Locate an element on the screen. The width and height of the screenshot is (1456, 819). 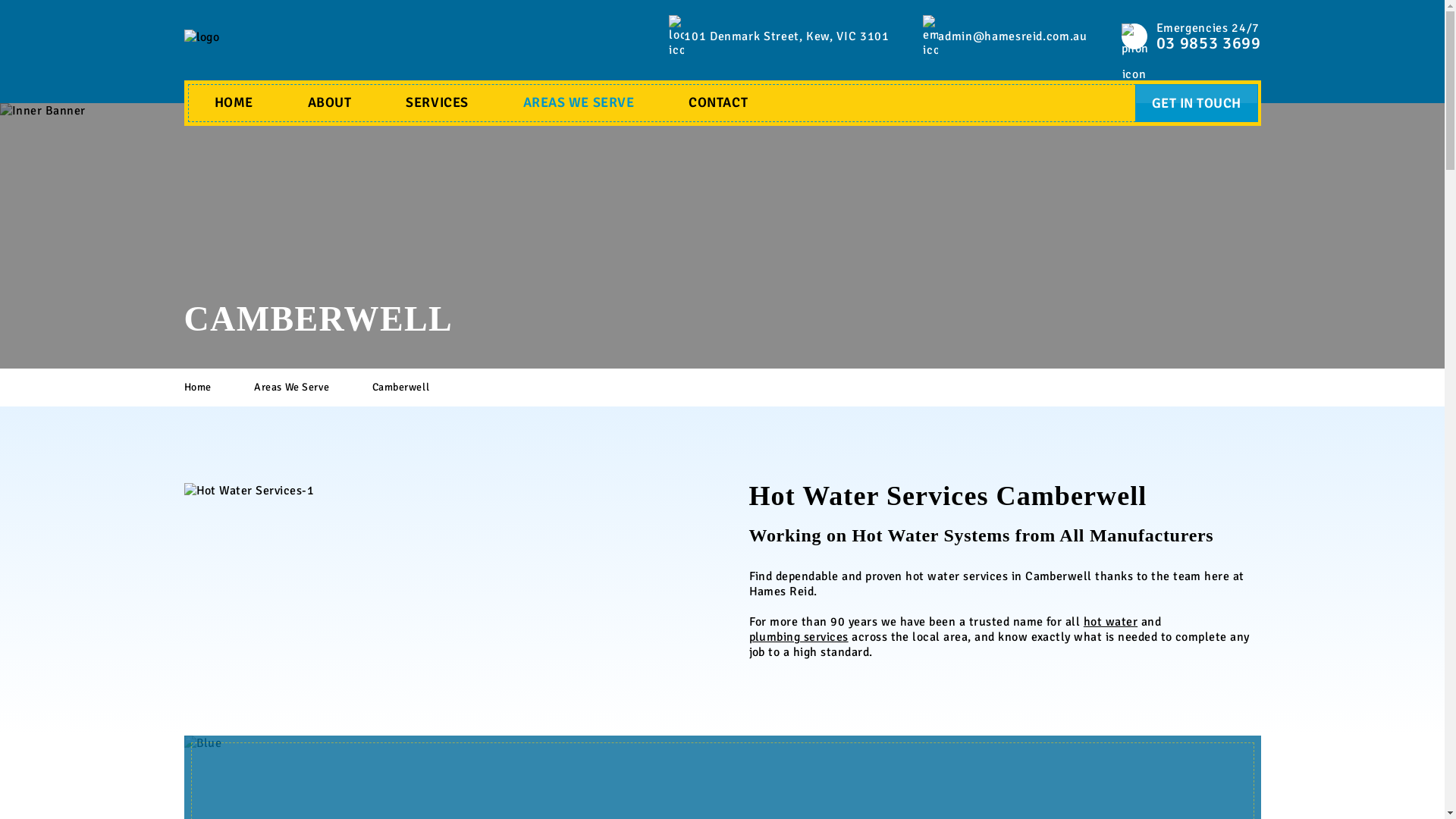
'CONTACT' is located at coordinates (687, 102).